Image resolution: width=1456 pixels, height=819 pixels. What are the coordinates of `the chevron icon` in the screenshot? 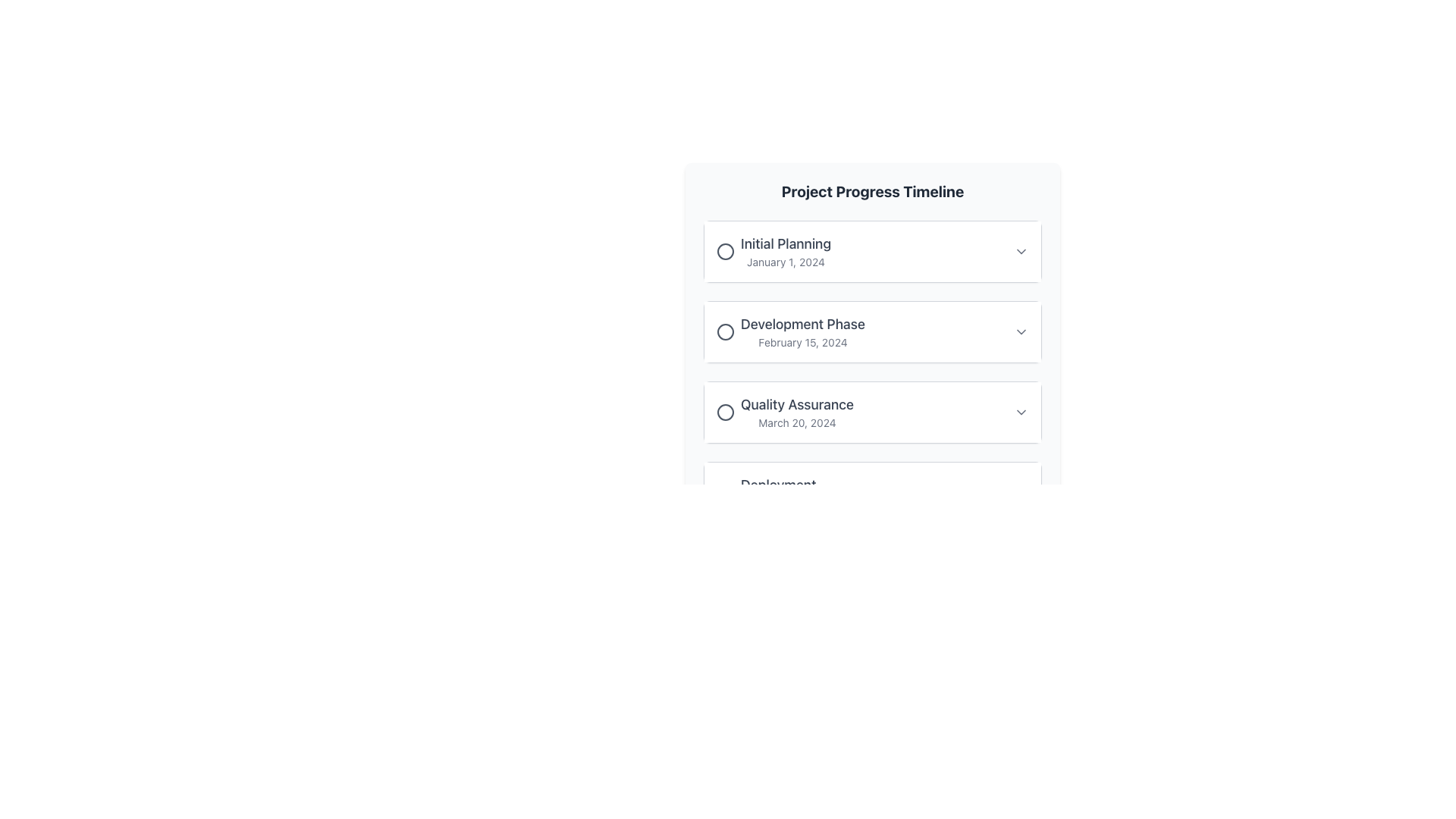 It's located at (1021, 250).